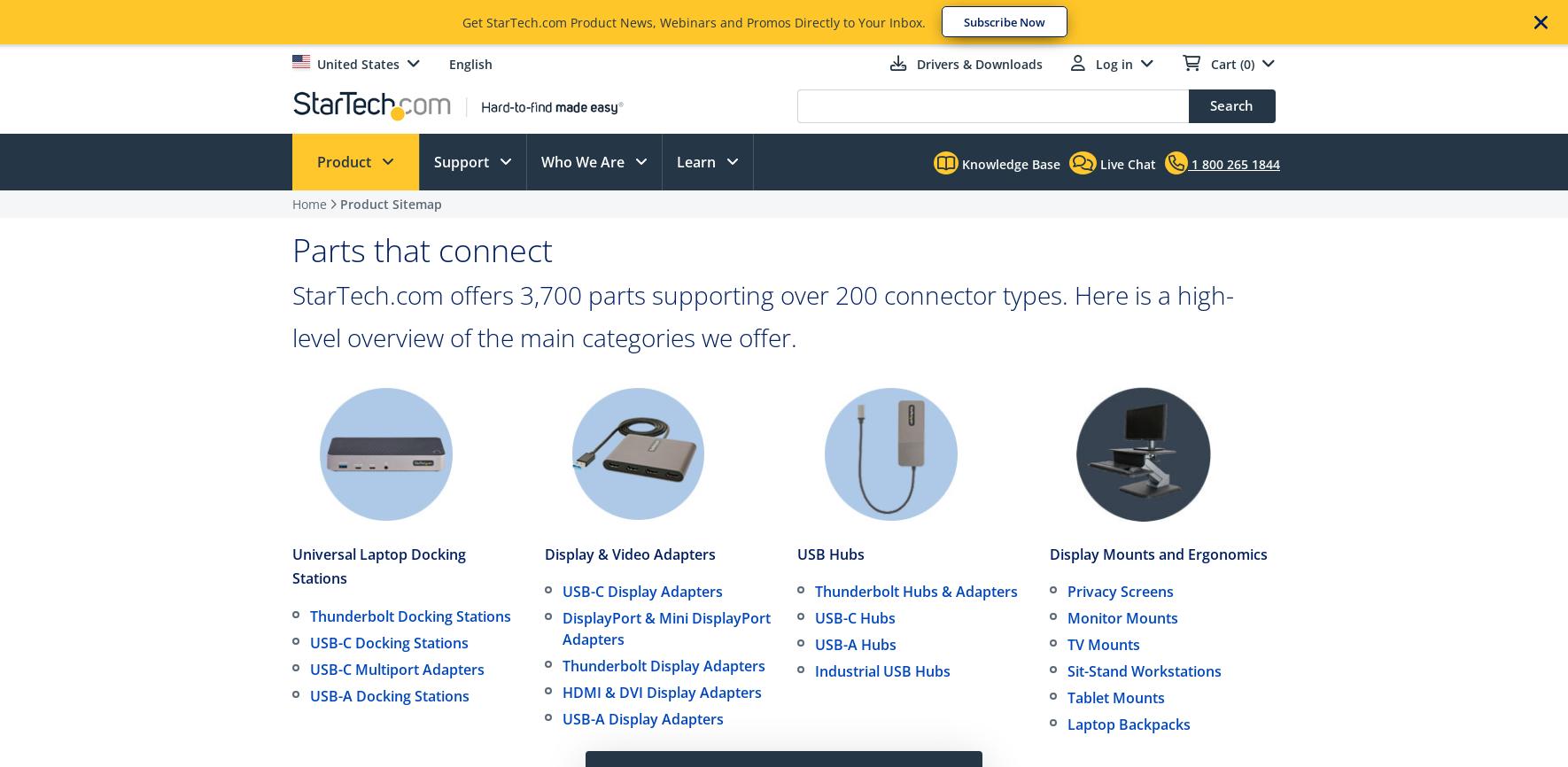 The width and height of the screenshot is (1568, 767). What do you see at coordinates (694, 22) in the screenshot?
I see `'Get StarTech.com Product News, Webinars and Promos Directly to Your Inbox.'` at bounding box center [694, 22].